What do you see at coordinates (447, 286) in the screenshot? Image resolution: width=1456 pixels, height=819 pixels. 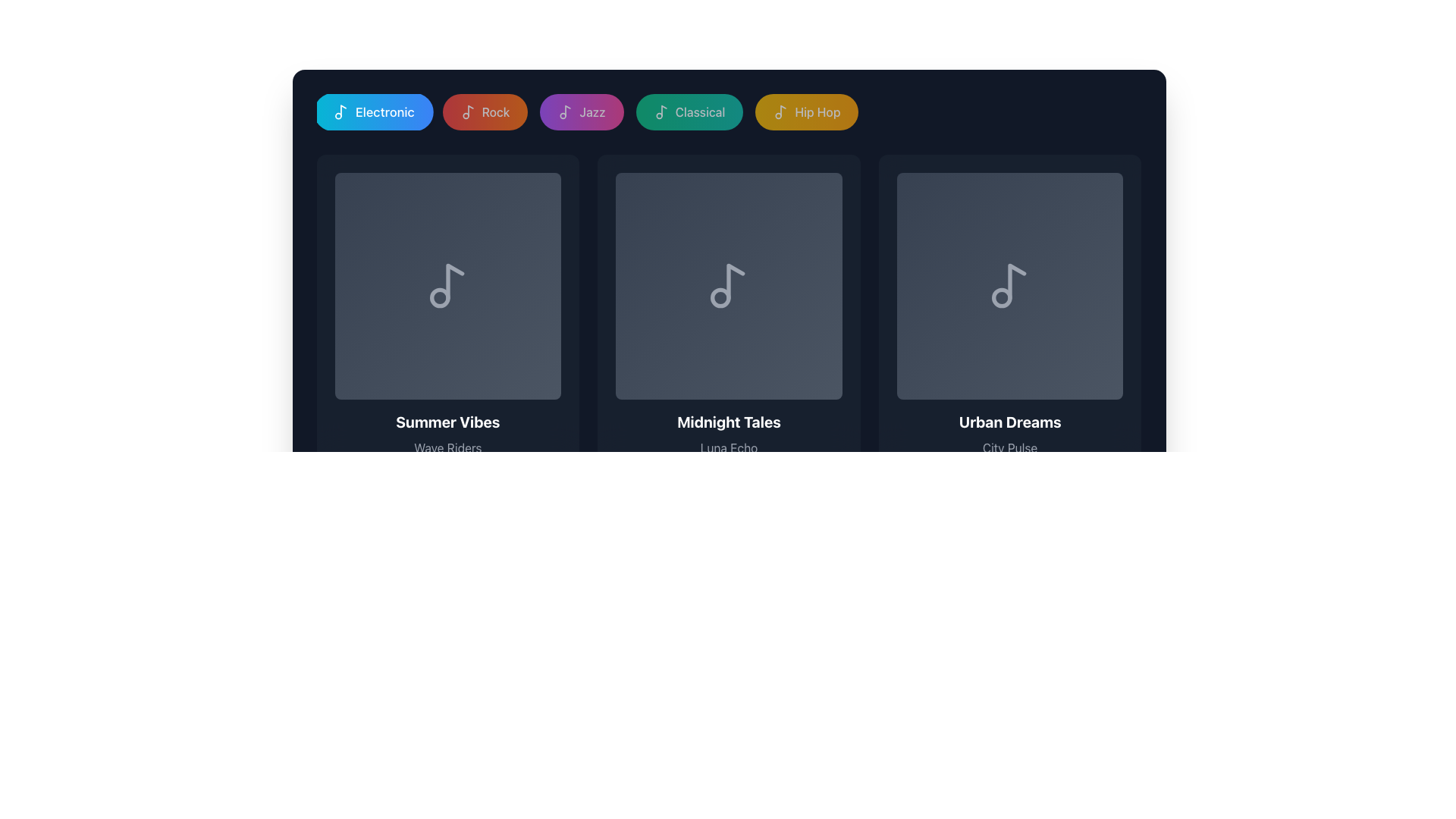 I see `the leftmost music card in the three-card layout` at bounding box center [447, 286].